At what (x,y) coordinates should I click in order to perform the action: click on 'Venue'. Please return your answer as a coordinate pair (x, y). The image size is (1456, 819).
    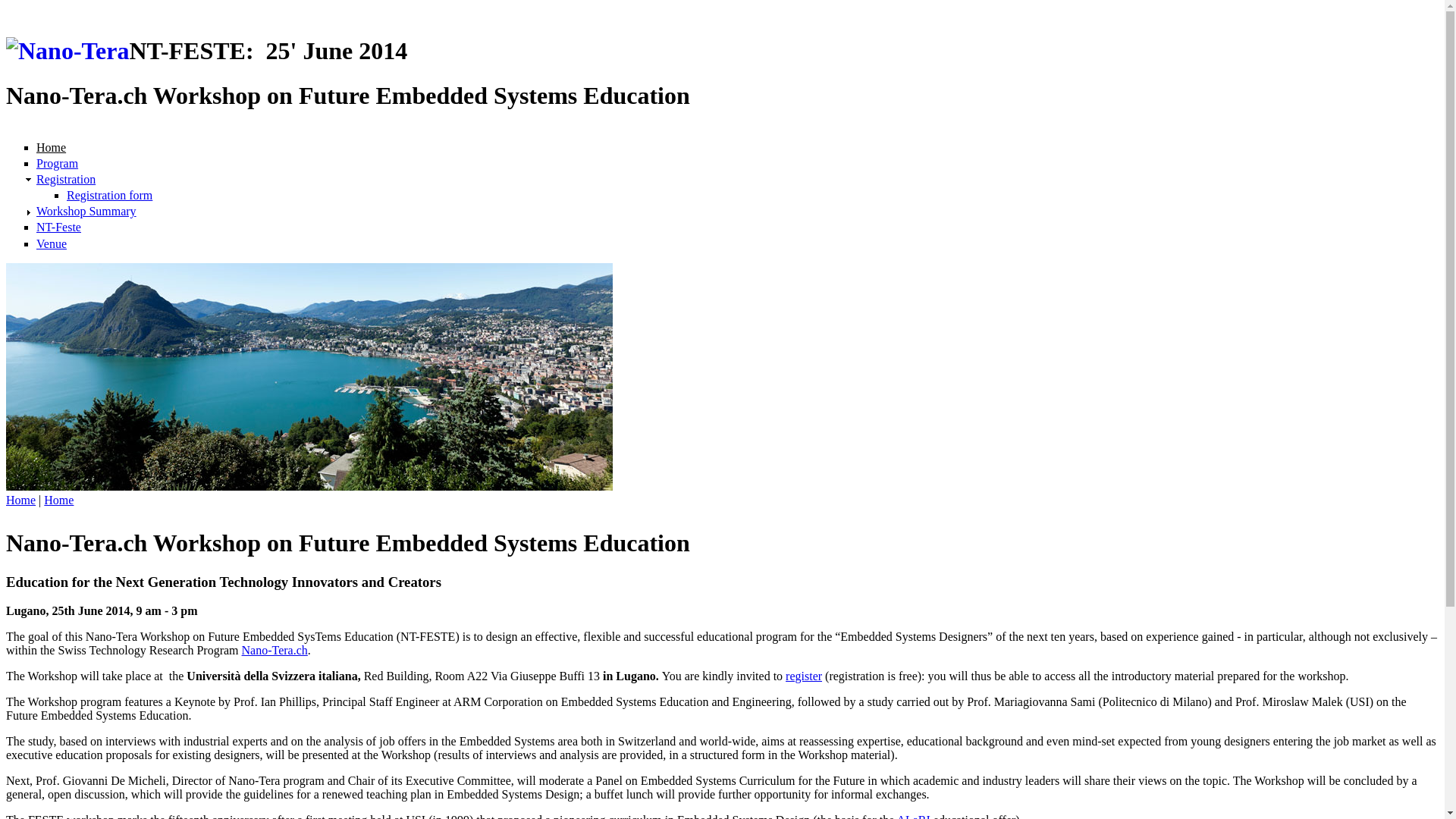
    Looking at the image, I should click on (36, 243).